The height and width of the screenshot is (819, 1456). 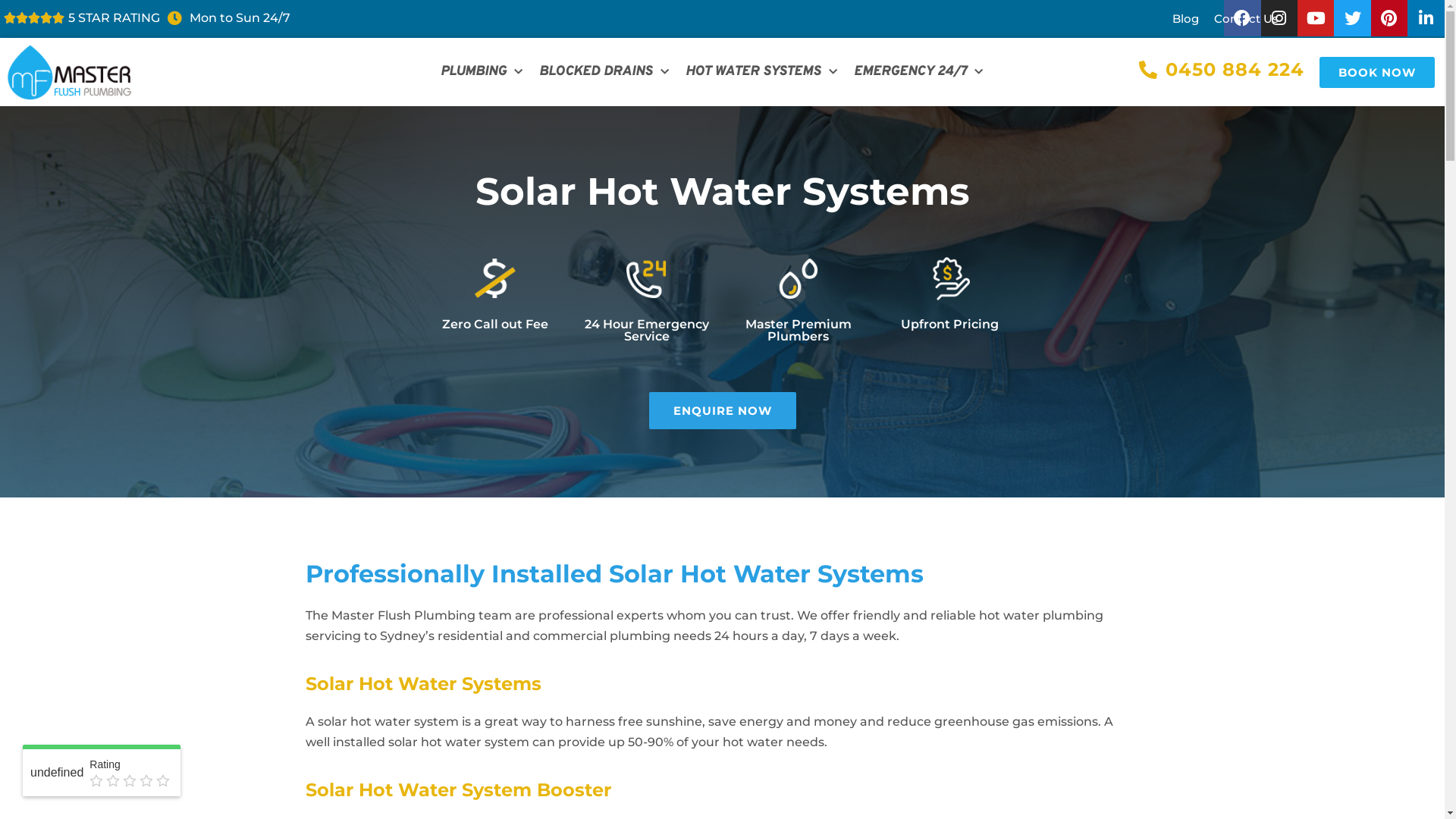 I want to click on 'BLOCKED DRAINS', so click(x=603, y=72).